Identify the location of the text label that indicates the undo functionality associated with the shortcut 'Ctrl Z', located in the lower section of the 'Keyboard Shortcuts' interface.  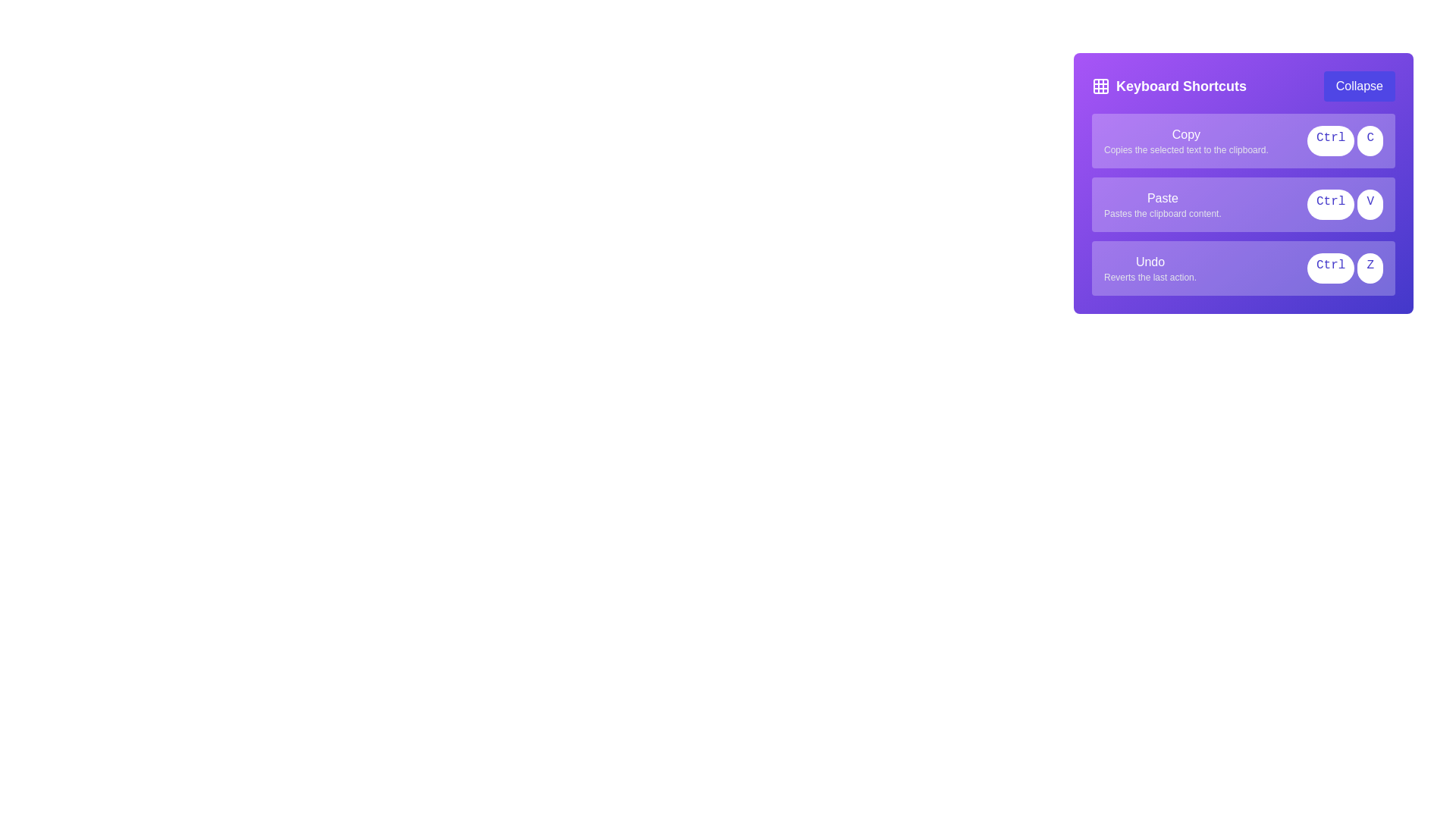
(1150, 262).